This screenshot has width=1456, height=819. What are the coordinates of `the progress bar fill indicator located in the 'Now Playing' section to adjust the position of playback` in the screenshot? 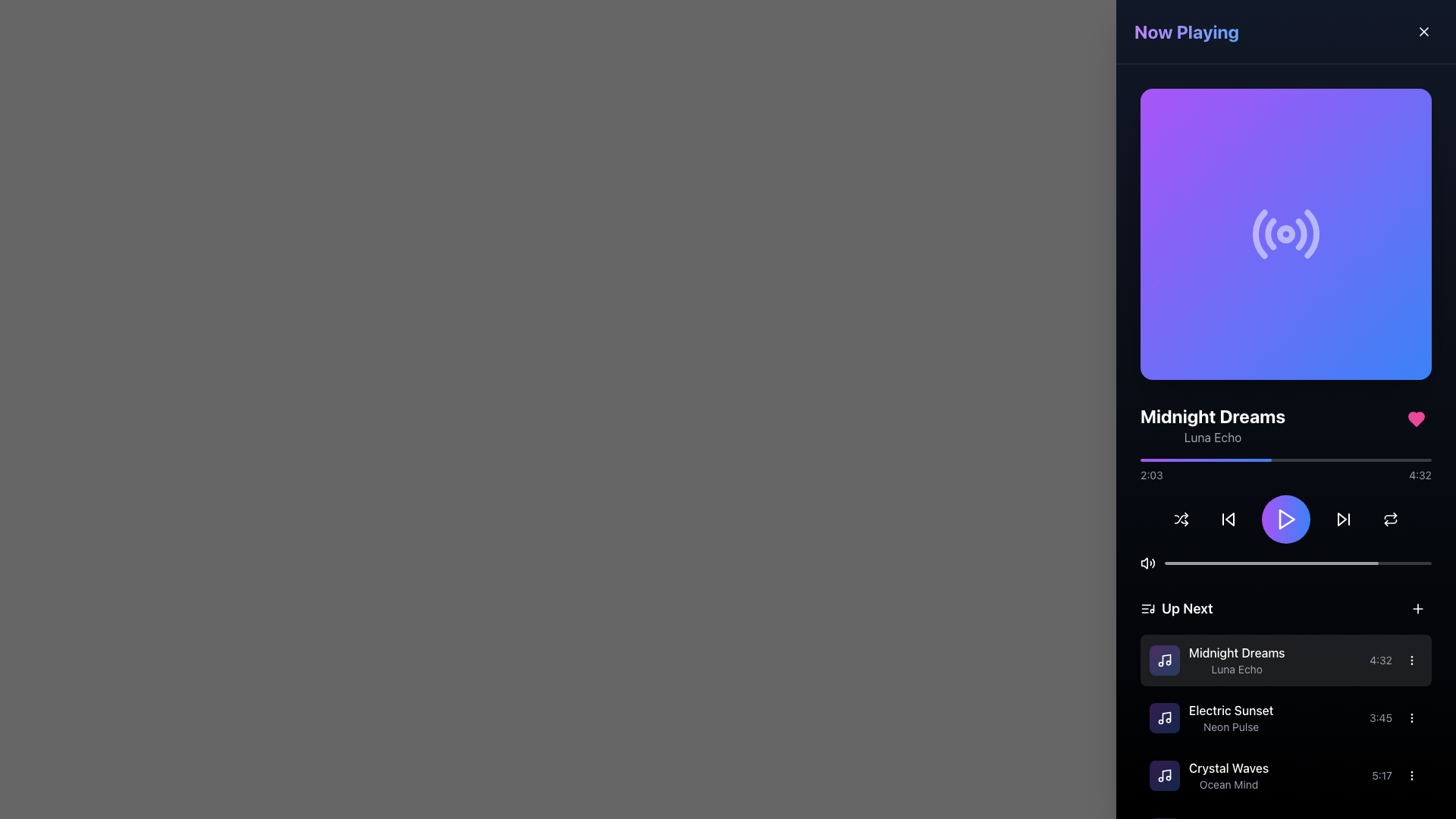 It's located at (1271, 563).